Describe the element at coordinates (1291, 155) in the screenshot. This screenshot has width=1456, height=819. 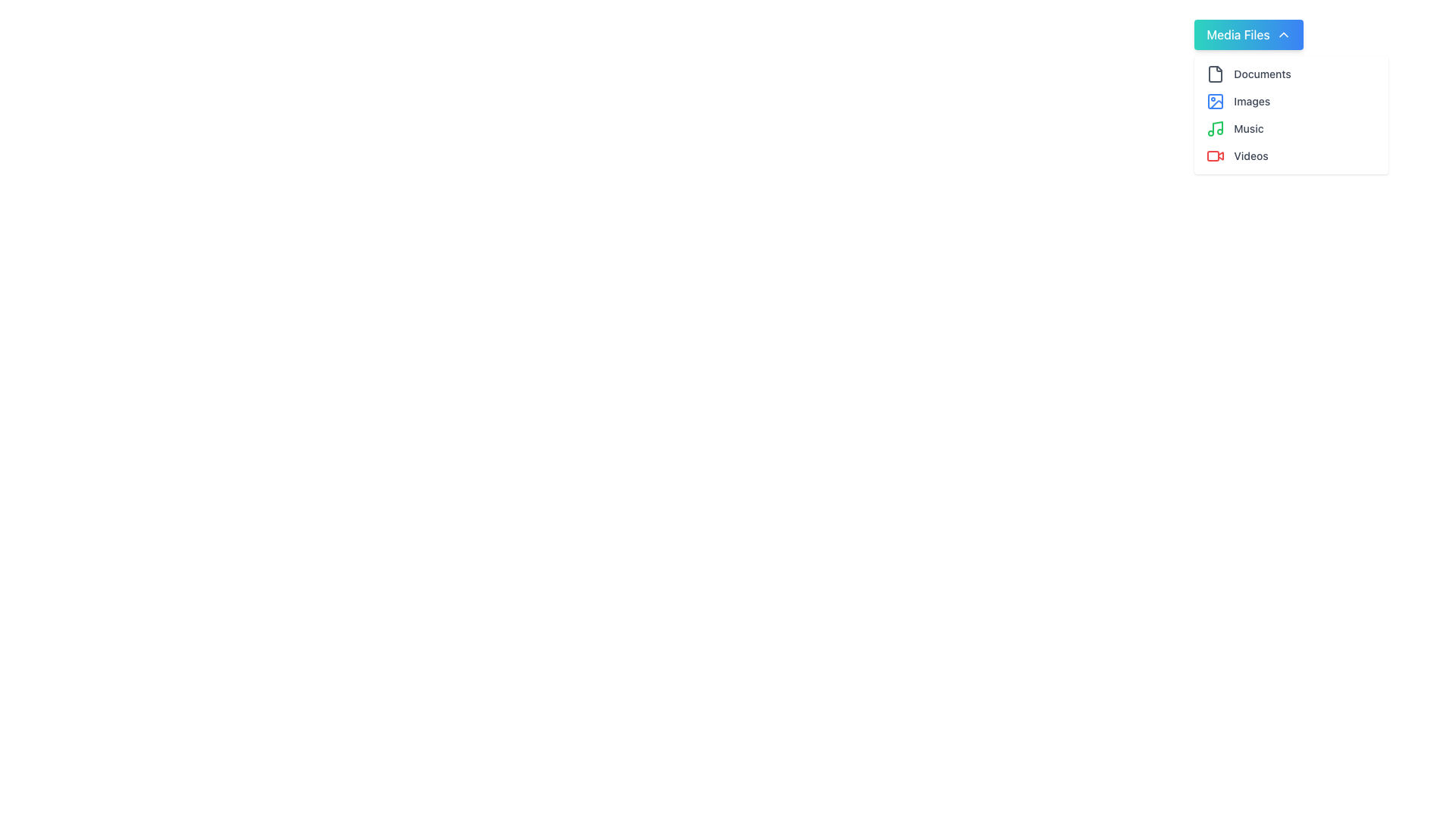
I see `the 'Videos' list item in the dropdown menu` at that location.